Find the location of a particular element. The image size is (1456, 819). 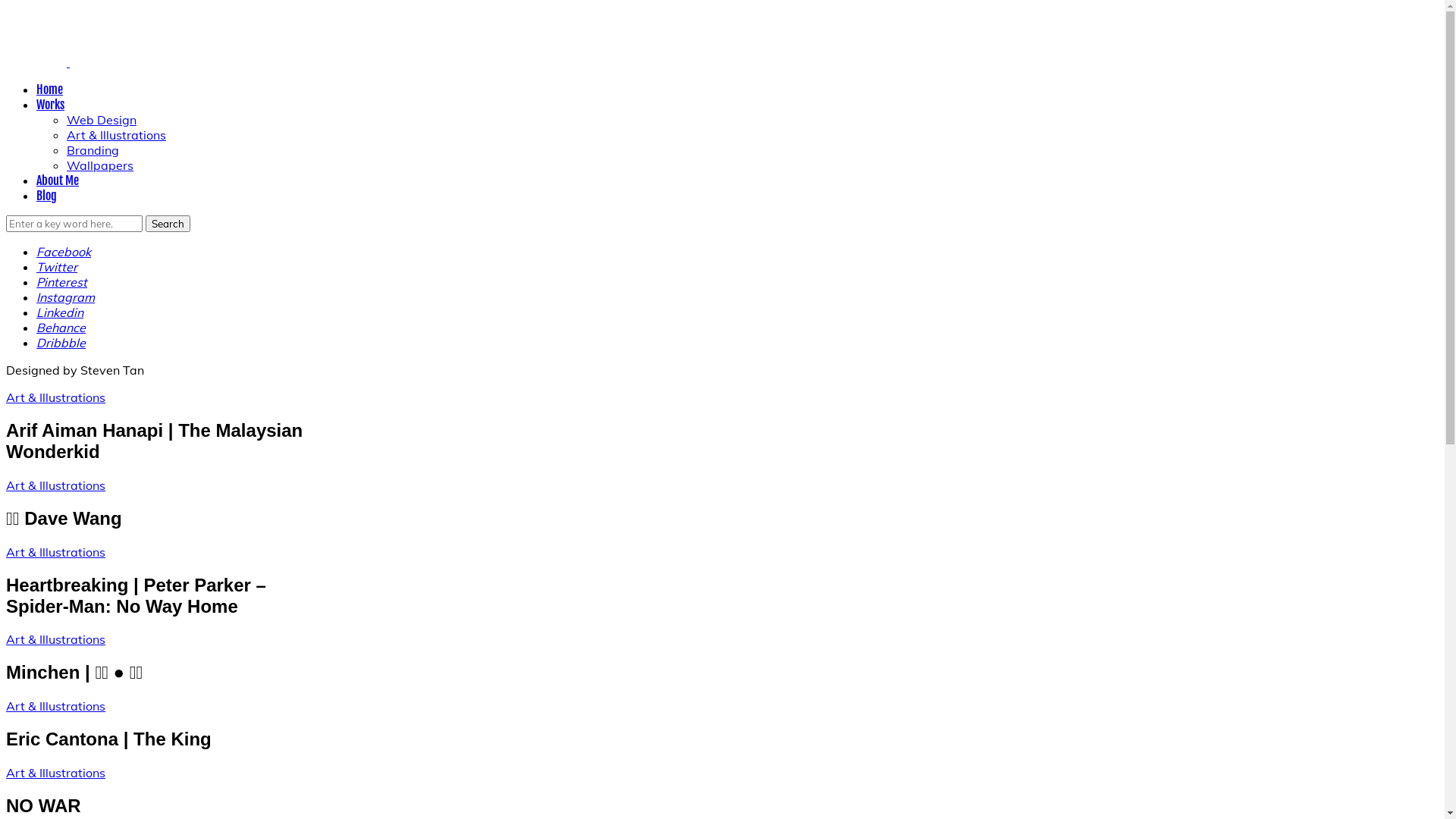

'Art & Illustrations' is located at coordinates (55, 639).